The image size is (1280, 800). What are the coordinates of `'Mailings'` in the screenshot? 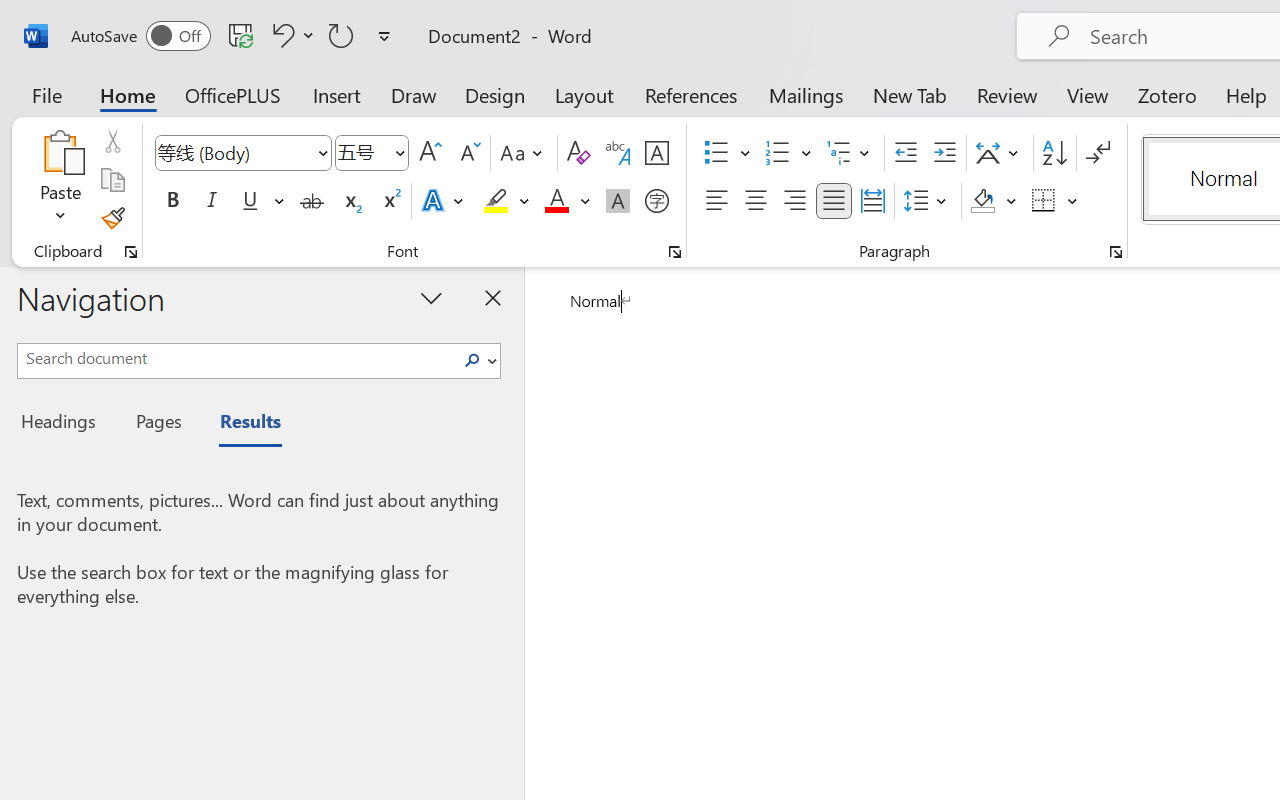 It's located at (806, 94).